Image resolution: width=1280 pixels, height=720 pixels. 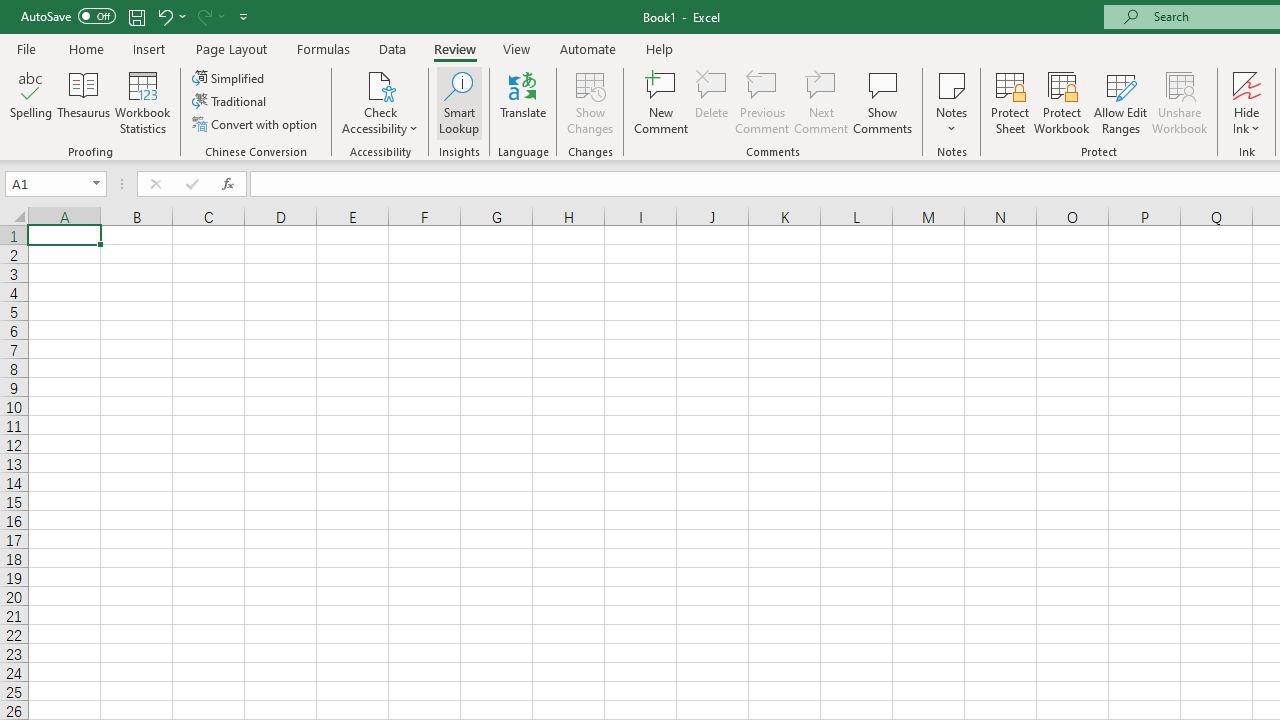 What do you see at coordinates (1120, 103) in the screenshot?
I see `'Allow Edit Ranges'` at bounding box center [1120, 103].